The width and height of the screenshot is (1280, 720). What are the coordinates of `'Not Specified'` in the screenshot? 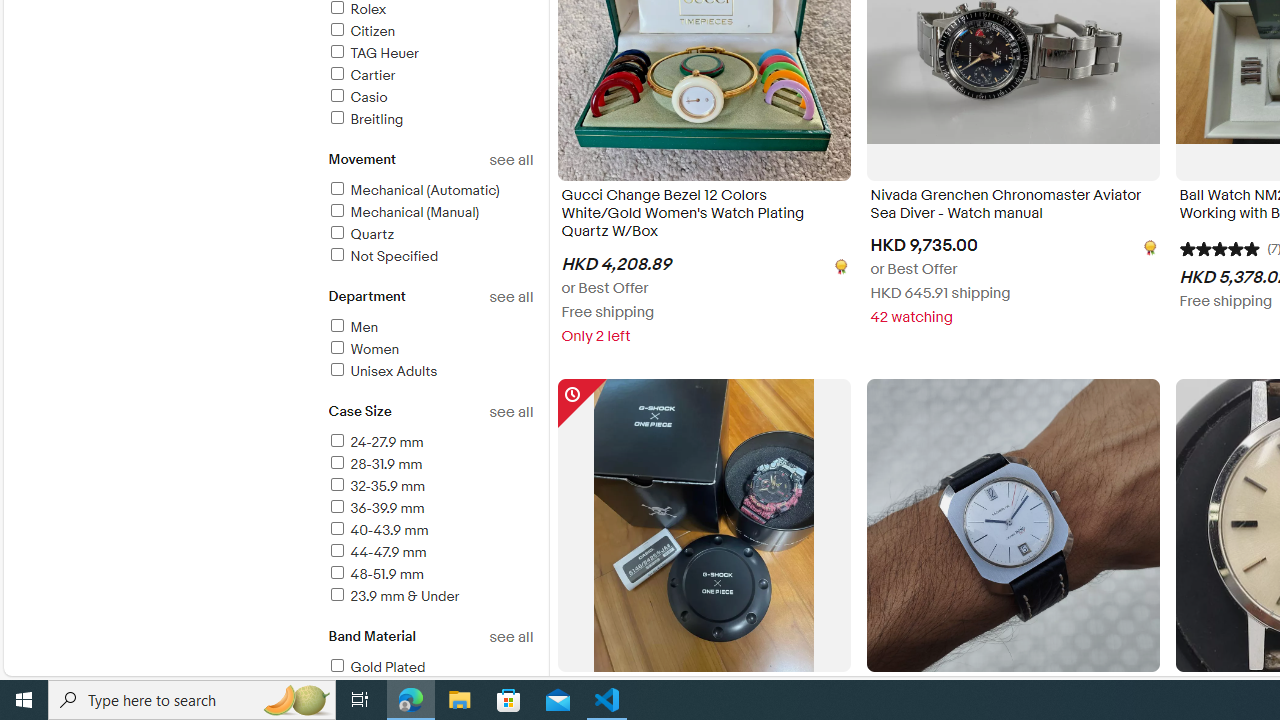 It's located at (382, 255).